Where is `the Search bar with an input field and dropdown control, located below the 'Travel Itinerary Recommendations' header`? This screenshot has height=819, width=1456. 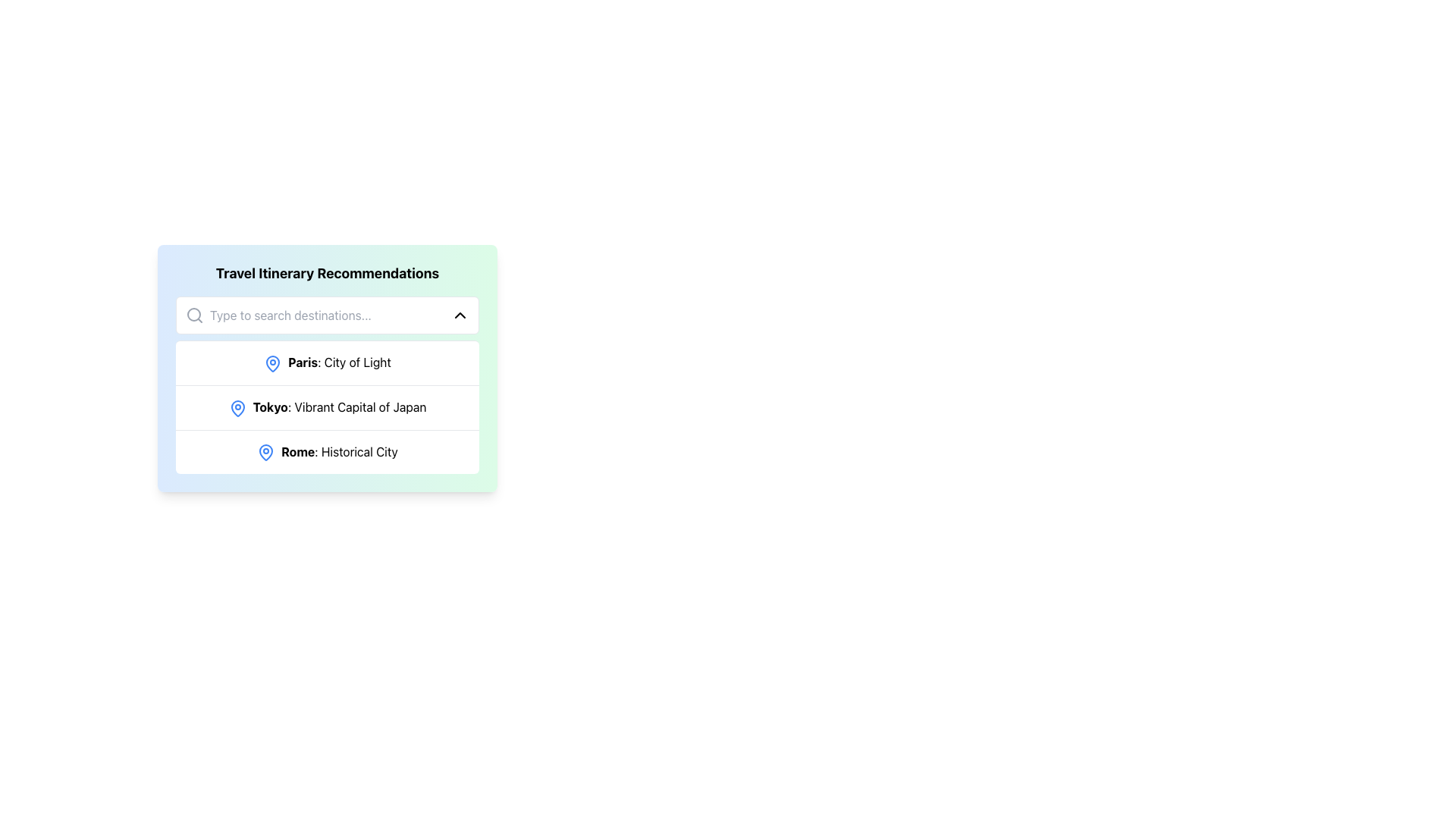
the Search bar with an input field and dropdown control, located below the 'Travel Itinerary Recommendations' header is located at coordinates (327, 315).